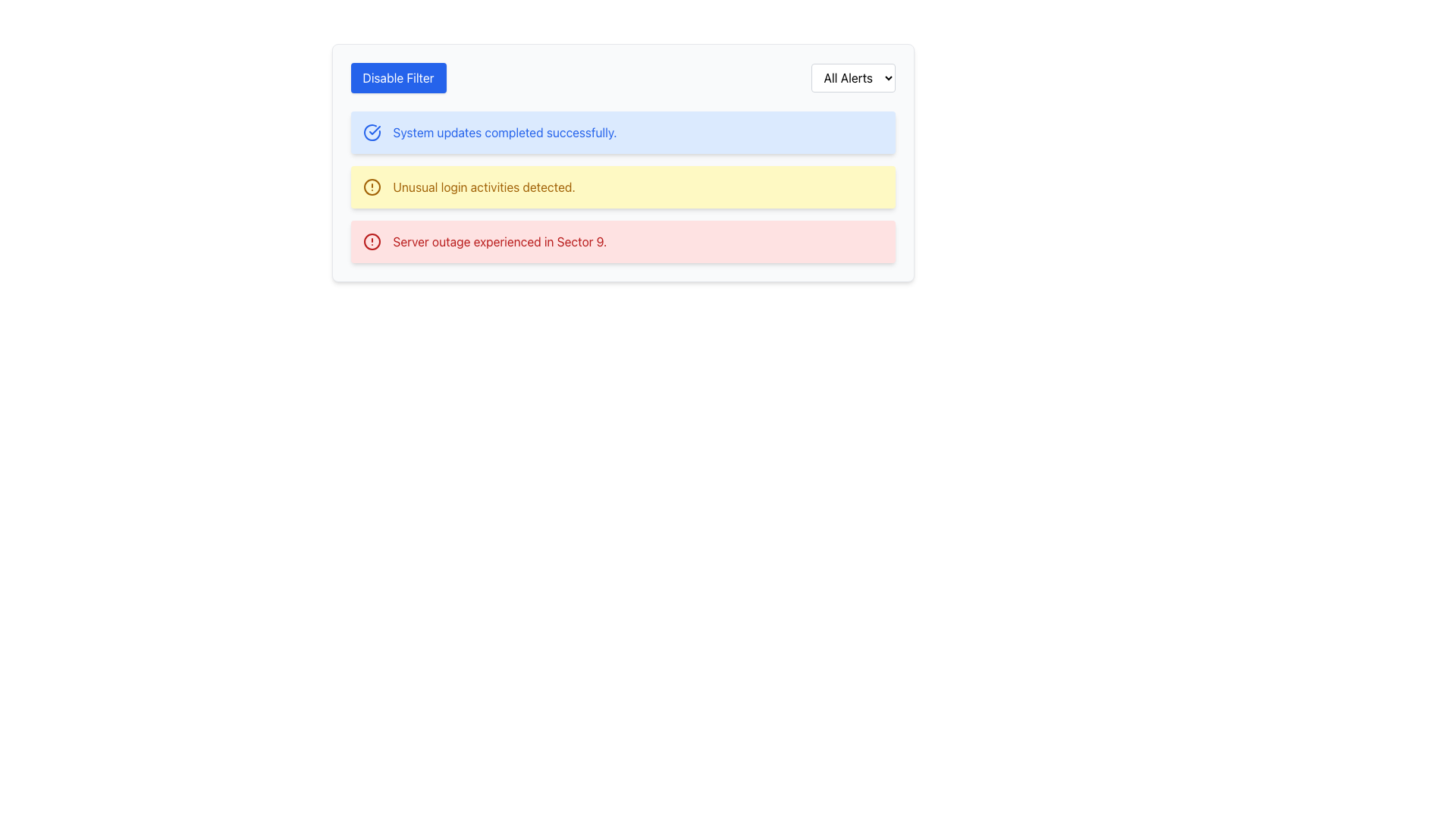 This screenshot has height=819, width=1456. I want to click on text of the notification alert card with a light red background and red text stating 'Server outage experienced in Sector 9.', so click(623, 241).